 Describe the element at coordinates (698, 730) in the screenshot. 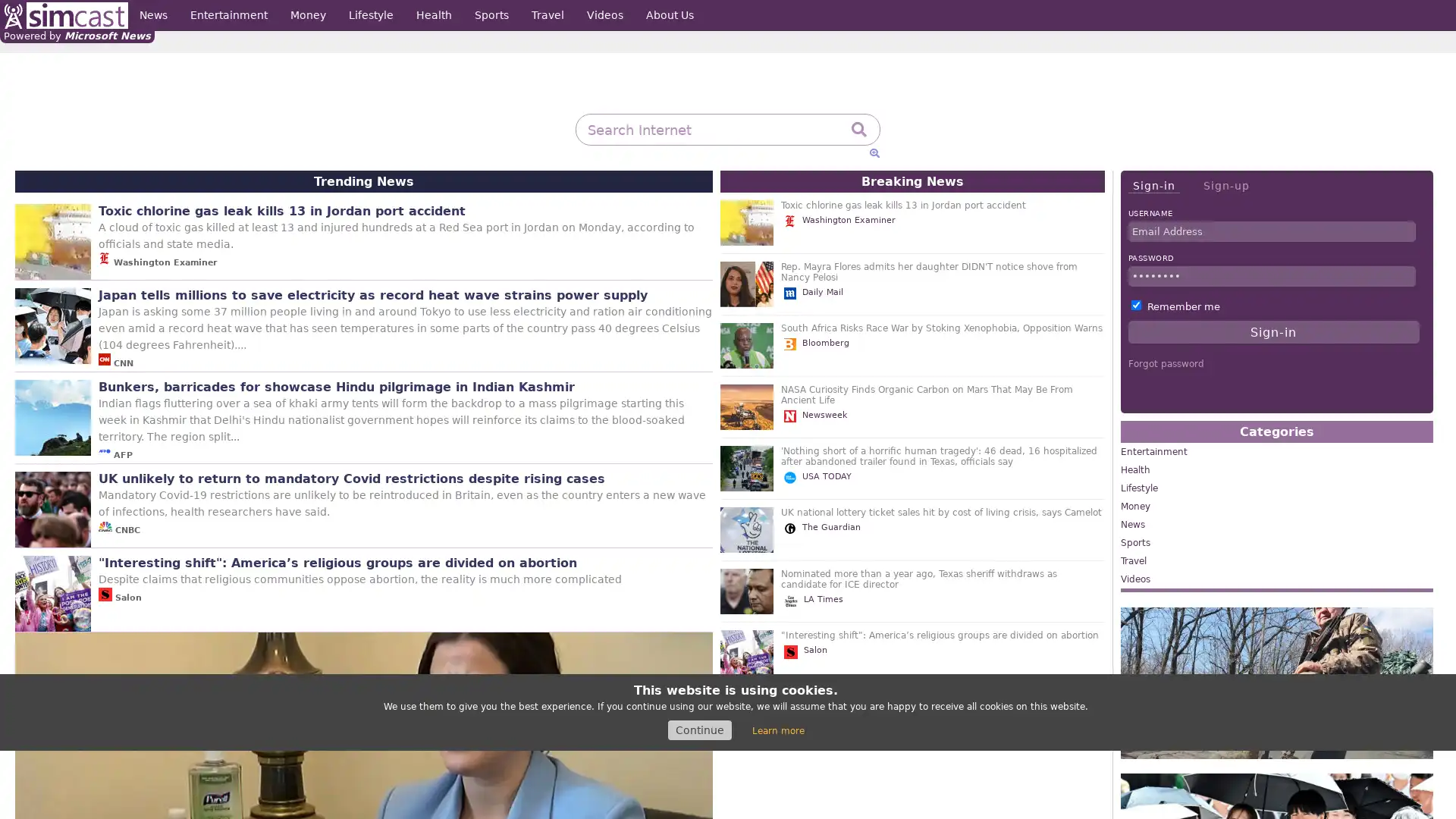

I see `Continue` at that location.